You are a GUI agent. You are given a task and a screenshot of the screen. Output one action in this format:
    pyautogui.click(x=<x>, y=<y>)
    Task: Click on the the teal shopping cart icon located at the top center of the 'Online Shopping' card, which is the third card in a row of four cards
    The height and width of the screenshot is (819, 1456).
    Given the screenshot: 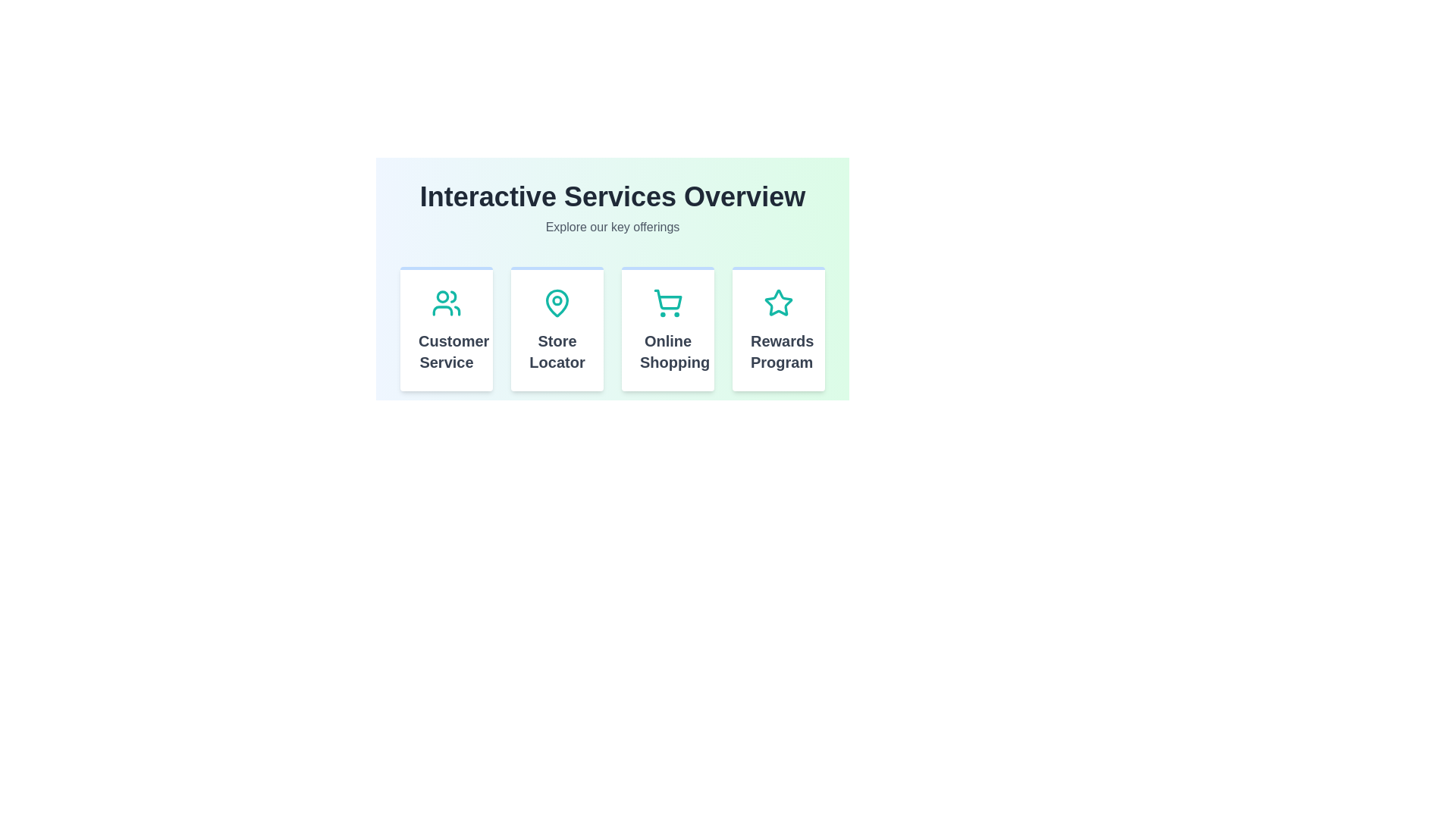 What is the action you would take?
    pyautogui.click(x=667, y=303)
    